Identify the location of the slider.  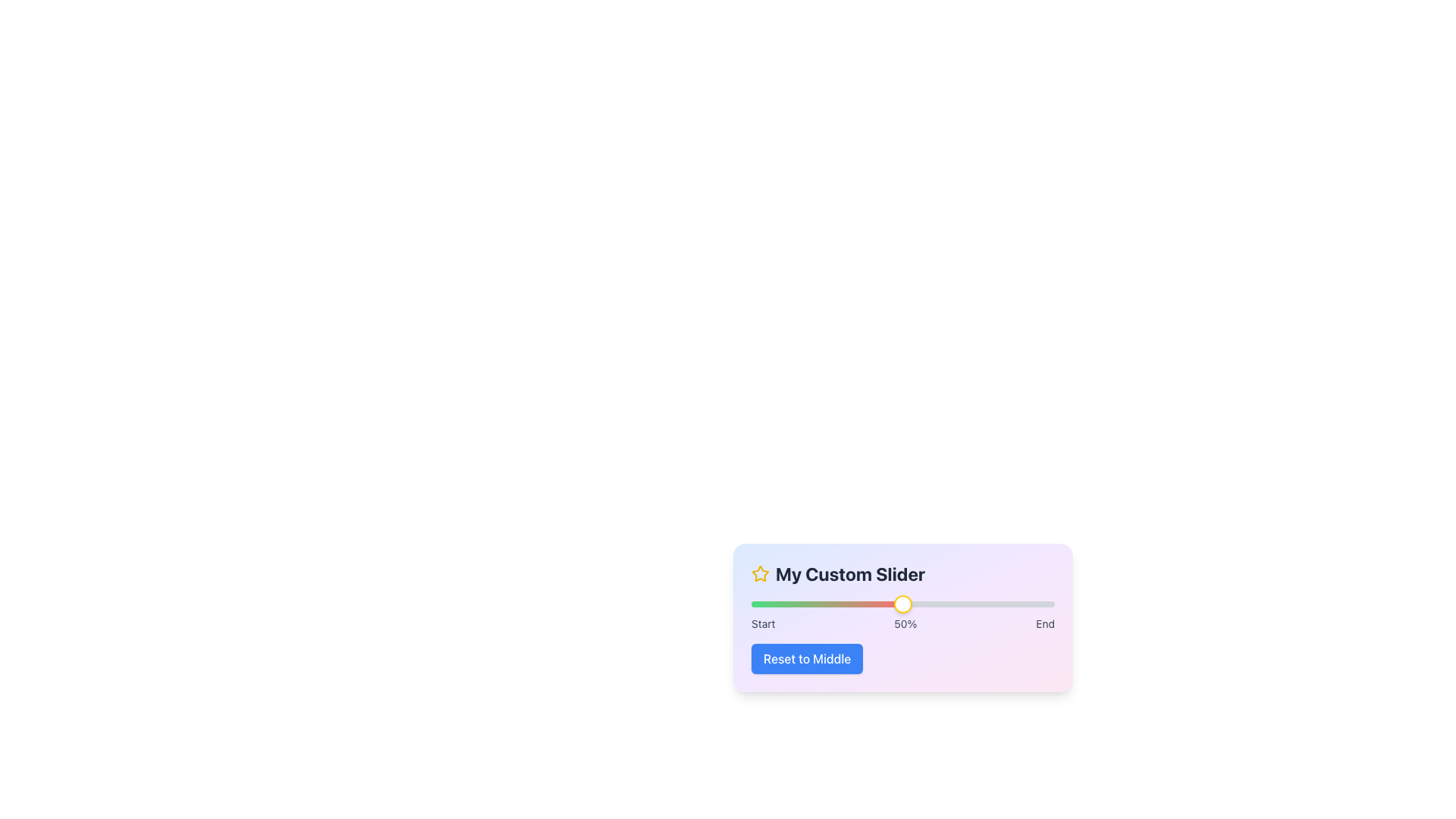
(841, 604).